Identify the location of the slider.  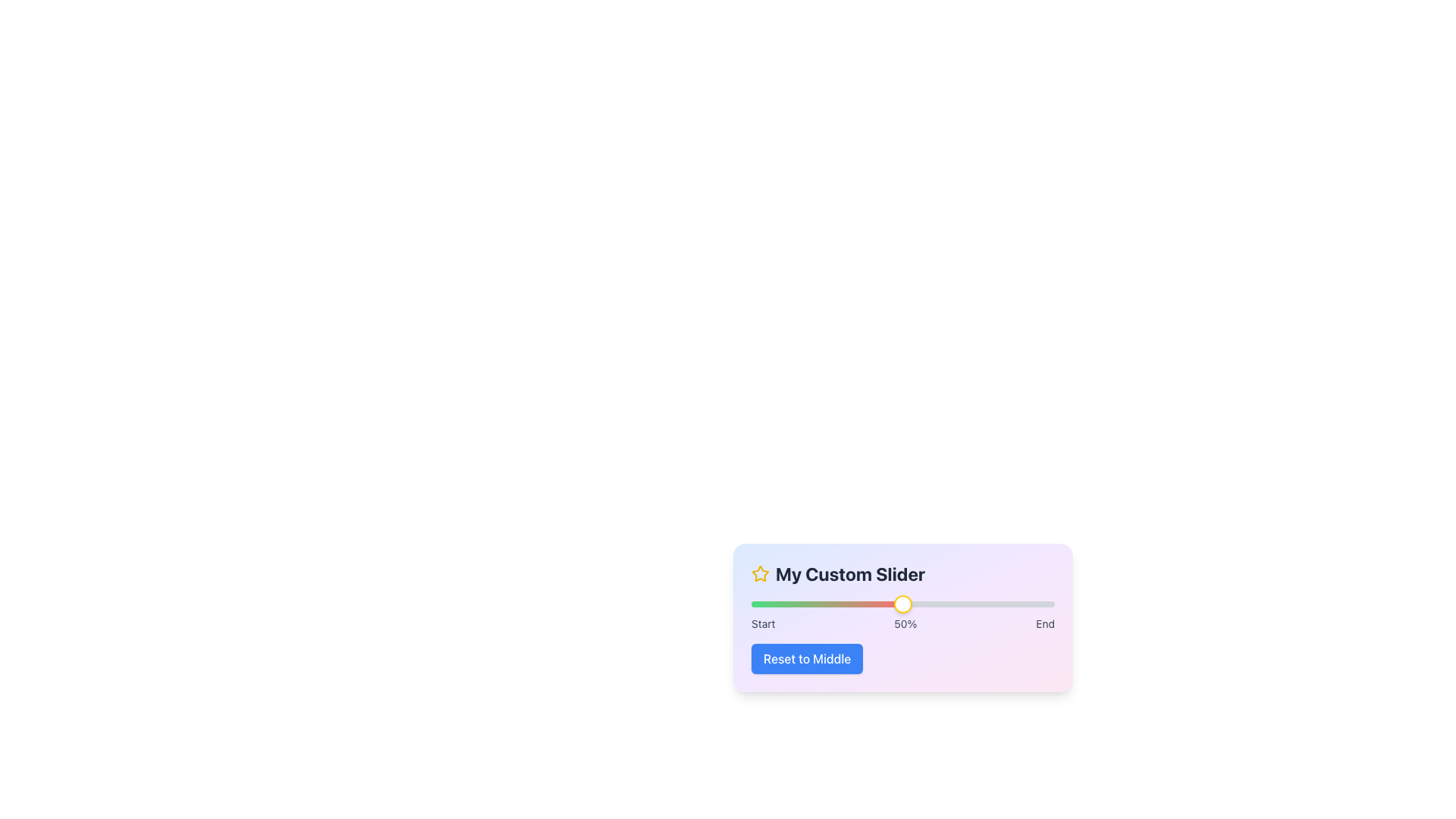
(841, 604).